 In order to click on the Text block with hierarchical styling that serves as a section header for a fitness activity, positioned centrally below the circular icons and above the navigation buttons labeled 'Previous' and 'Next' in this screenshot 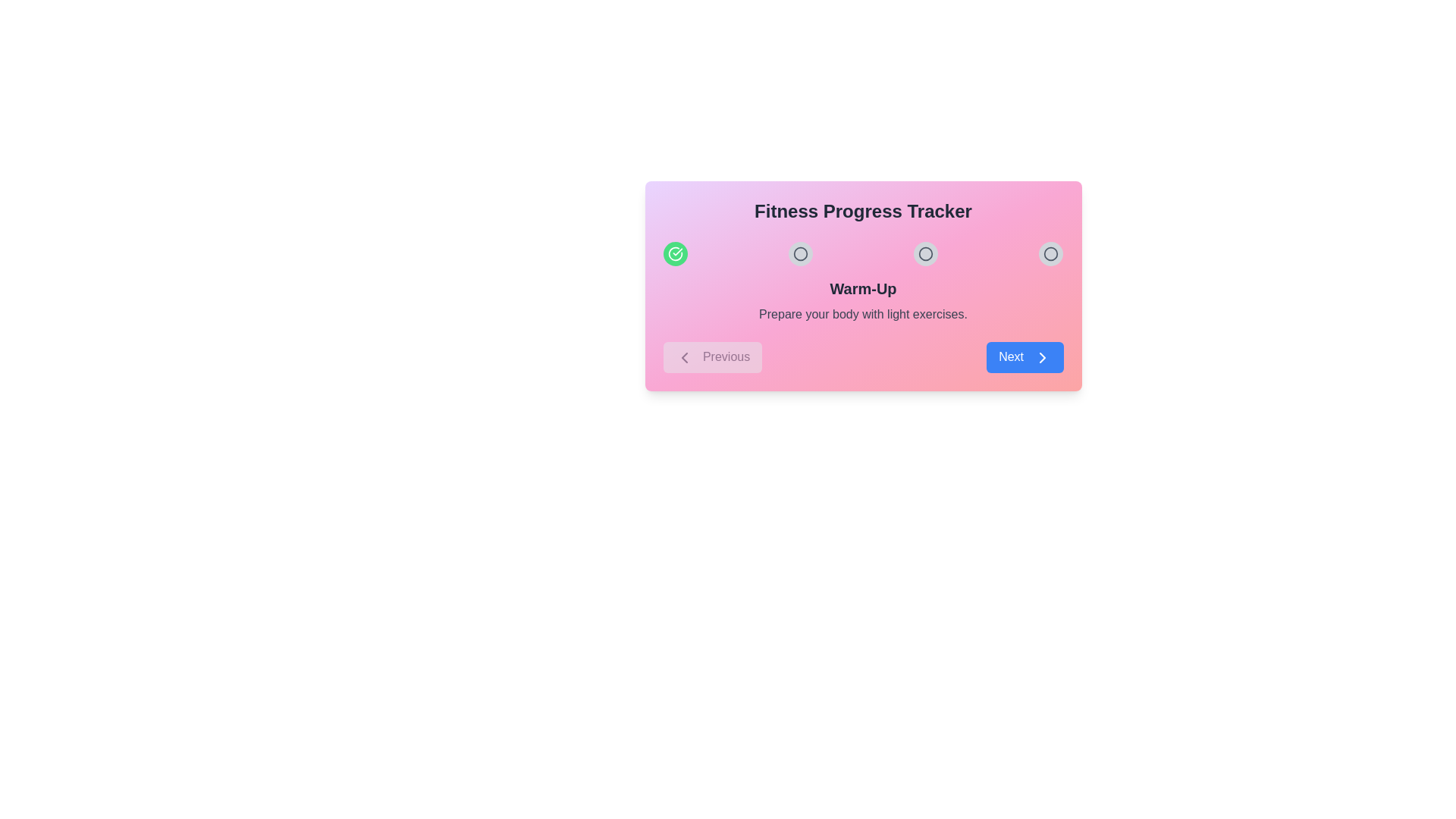, I will do `click(863, 301)`.